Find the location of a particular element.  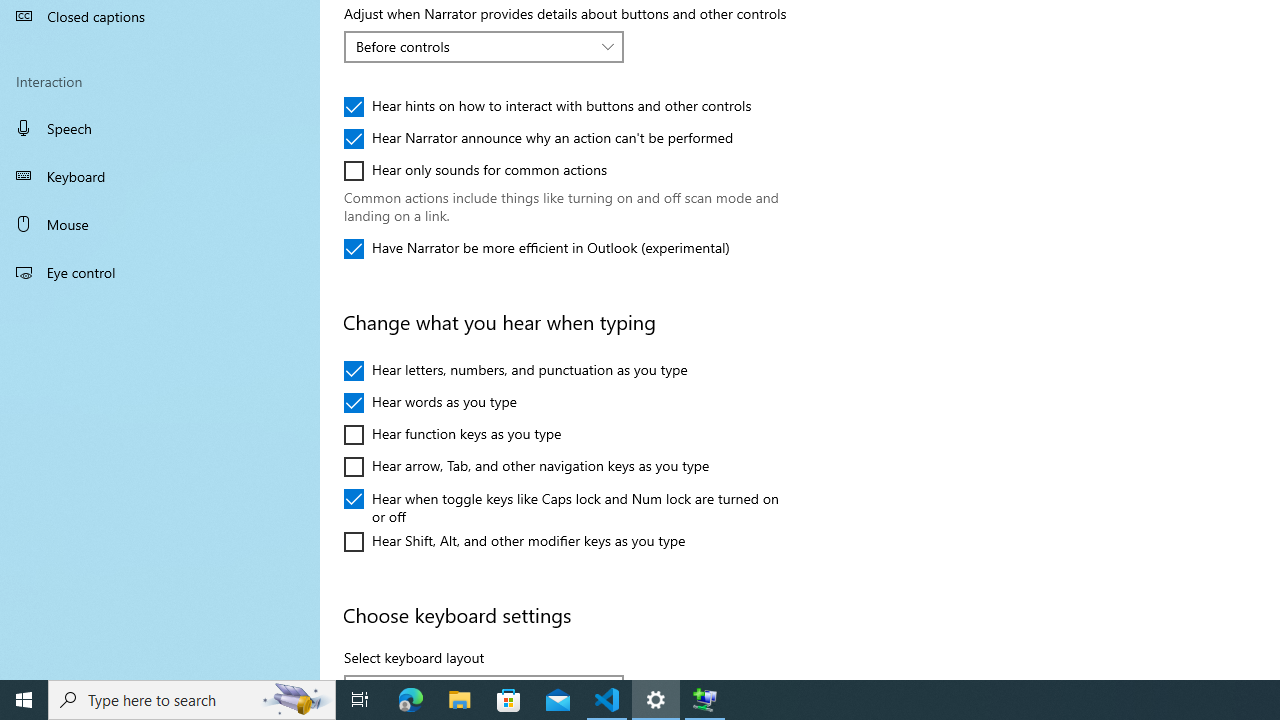

'Microsoft Edge' is located at coordinates (410, 698).